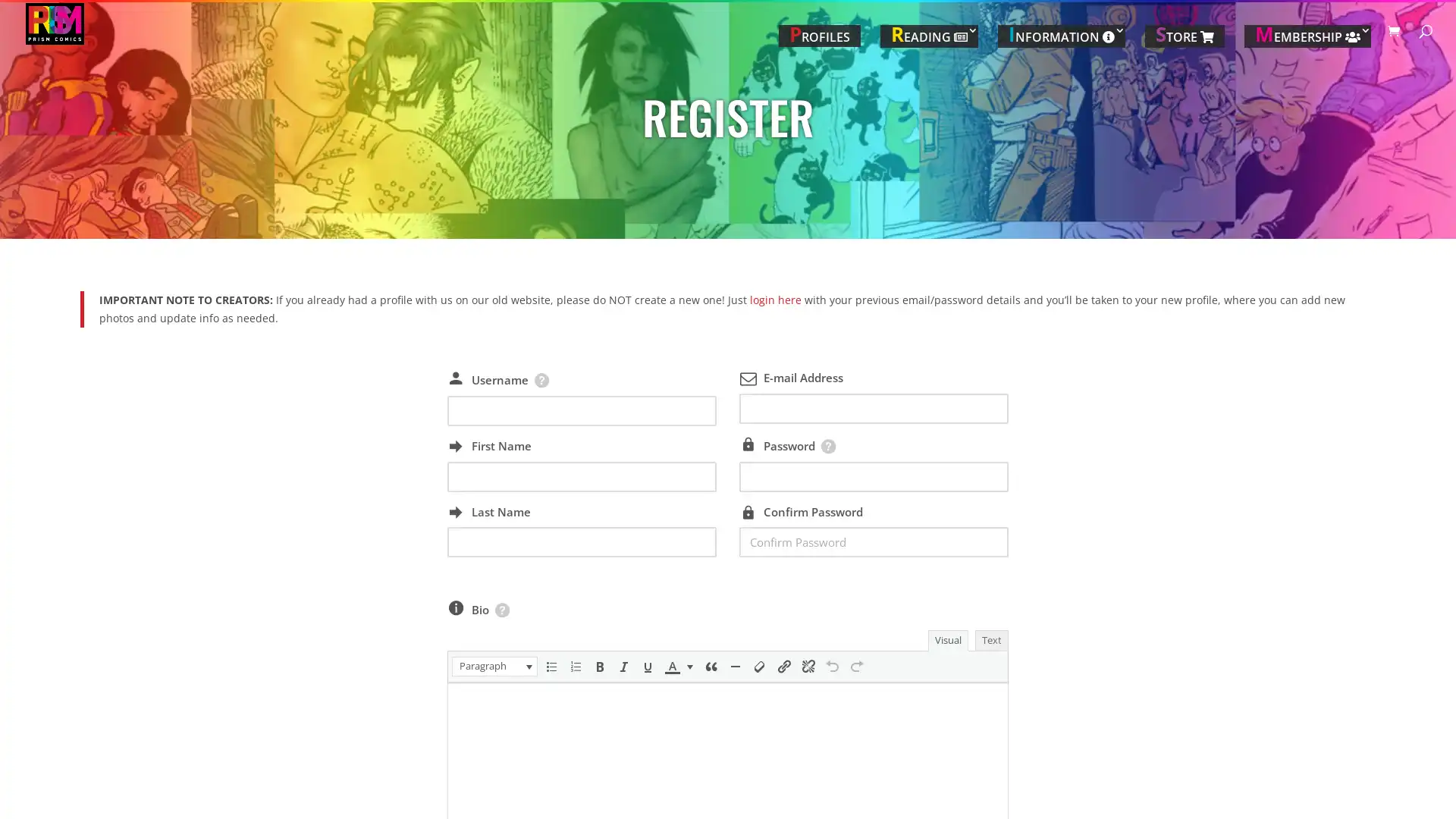  I want to click on Remove link (S), so click(807, 666).